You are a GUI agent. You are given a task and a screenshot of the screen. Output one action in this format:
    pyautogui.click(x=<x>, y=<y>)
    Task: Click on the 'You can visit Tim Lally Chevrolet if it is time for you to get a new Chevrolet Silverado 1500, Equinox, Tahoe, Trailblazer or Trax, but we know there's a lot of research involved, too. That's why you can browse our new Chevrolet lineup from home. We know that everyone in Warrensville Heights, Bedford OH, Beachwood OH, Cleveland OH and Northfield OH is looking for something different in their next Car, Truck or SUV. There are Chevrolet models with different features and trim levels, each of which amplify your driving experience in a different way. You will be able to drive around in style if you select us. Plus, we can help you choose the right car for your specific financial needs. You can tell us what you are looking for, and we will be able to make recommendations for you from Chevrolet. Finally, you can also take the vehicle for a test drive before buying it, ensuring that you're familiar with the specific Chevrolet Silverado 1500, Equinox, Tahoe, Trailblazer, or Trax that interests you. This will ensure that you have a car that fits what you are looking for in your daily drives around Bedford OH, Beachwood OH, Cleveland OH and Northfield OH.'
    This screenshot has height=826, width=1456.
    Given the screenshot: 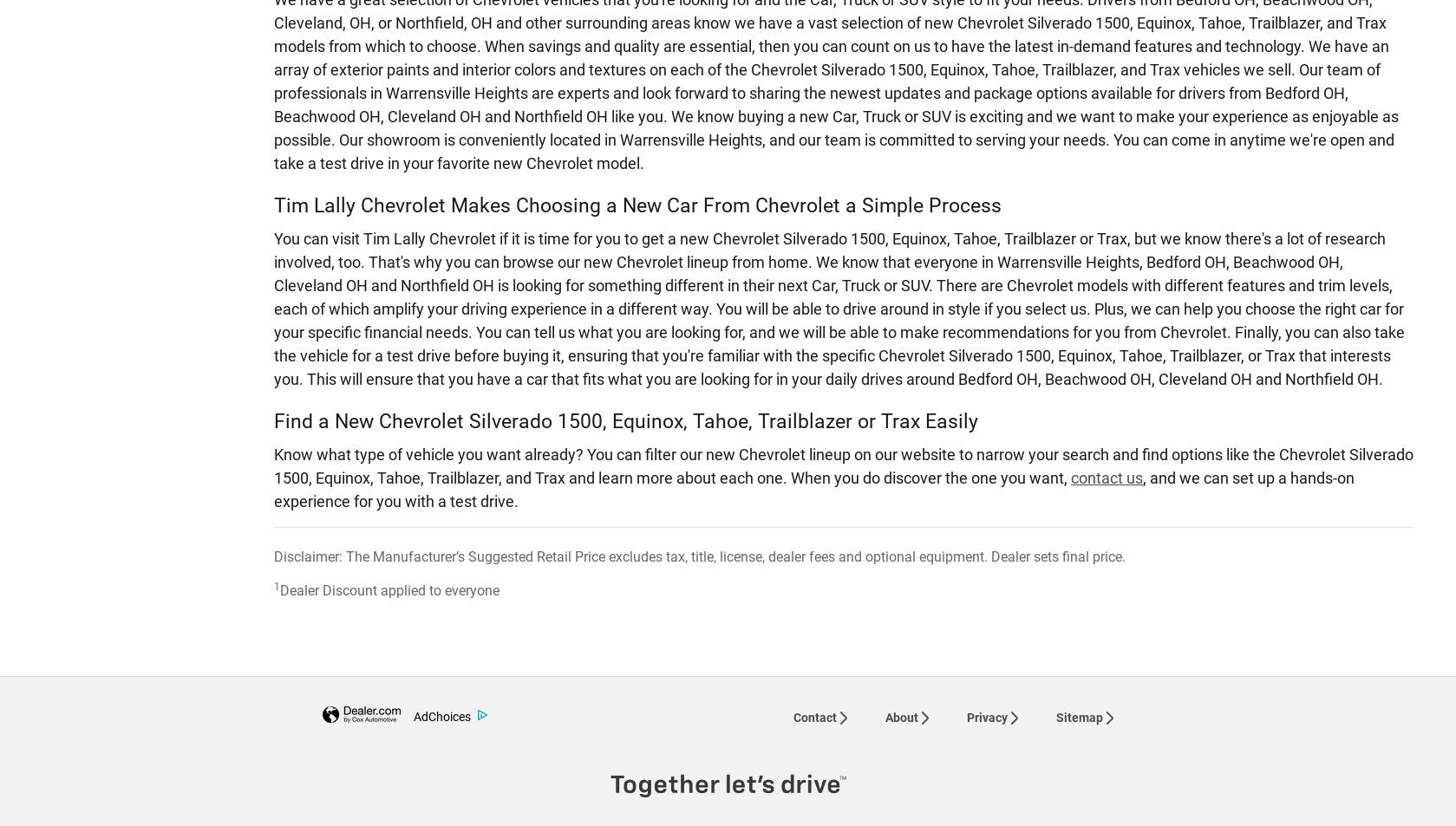 What is the action you would take?
    pyautogui.click(x=838, y=307)
    